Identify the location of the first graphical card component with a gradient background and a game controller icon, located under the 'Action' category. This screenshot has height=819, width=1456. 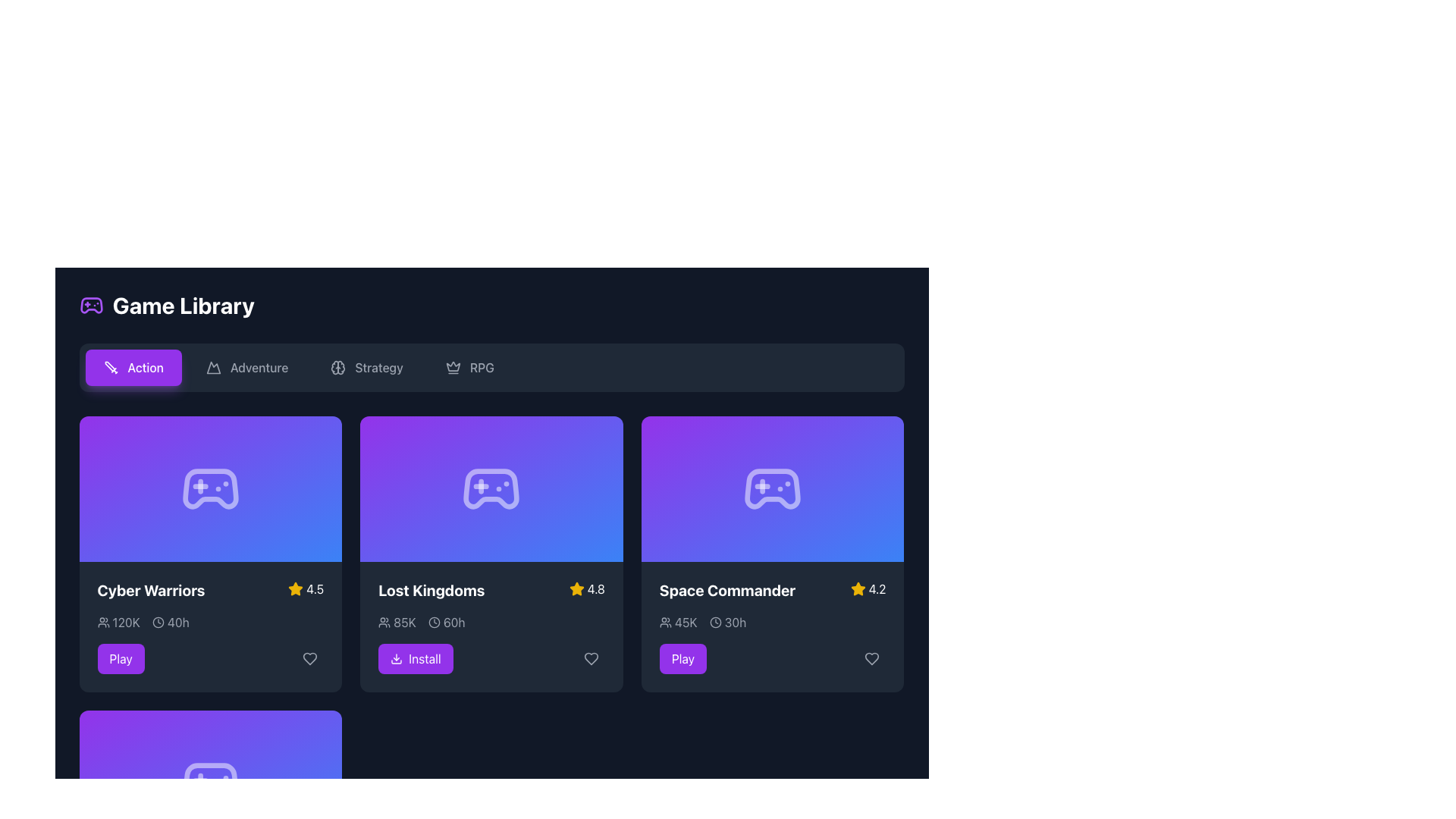
(209, 488).